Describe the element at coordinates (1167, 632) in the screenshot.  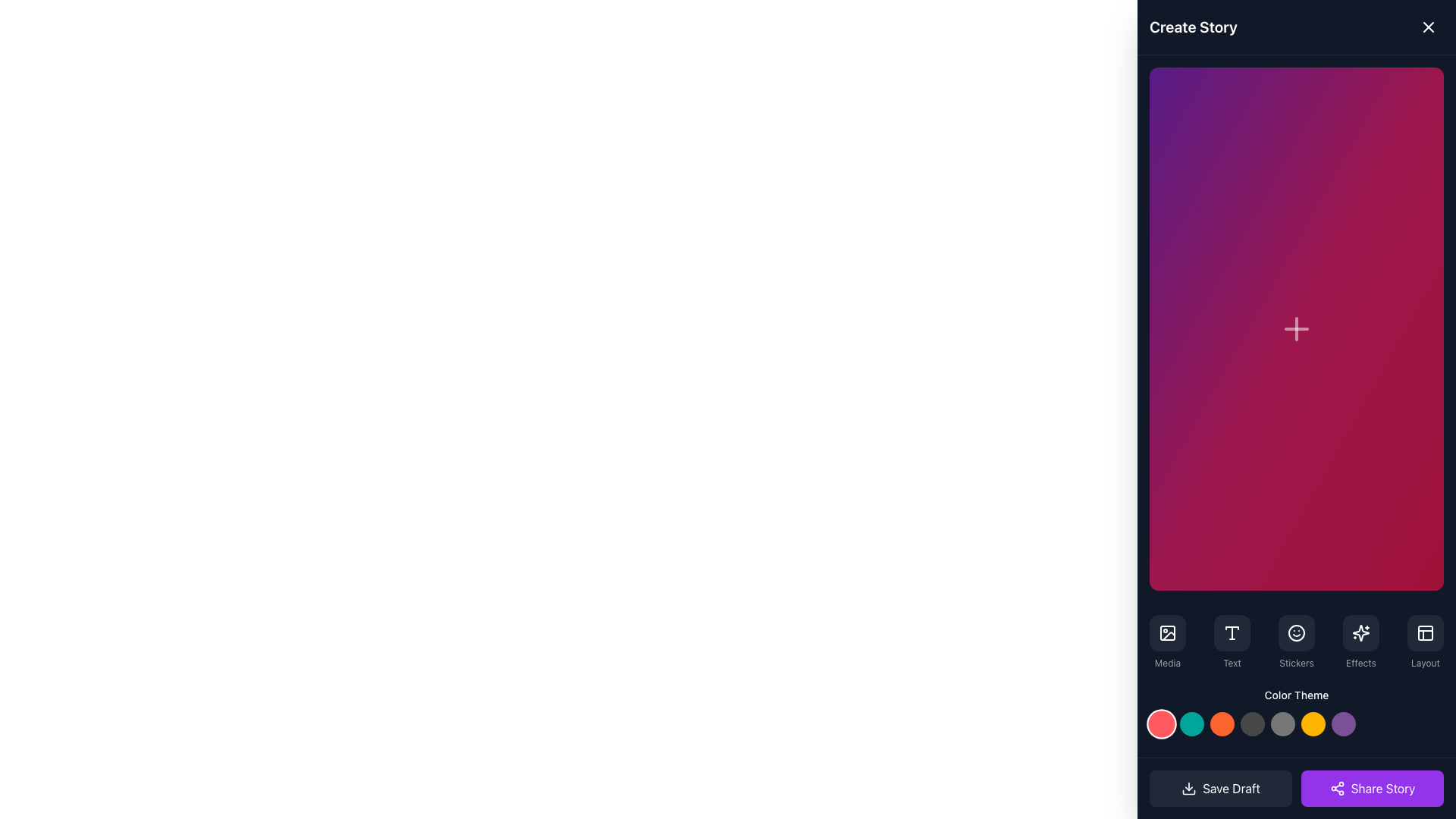
I see `the largest rectangular component of the icon representing an image or media upload feature located at the lower portion of the right sidebar` at that location.